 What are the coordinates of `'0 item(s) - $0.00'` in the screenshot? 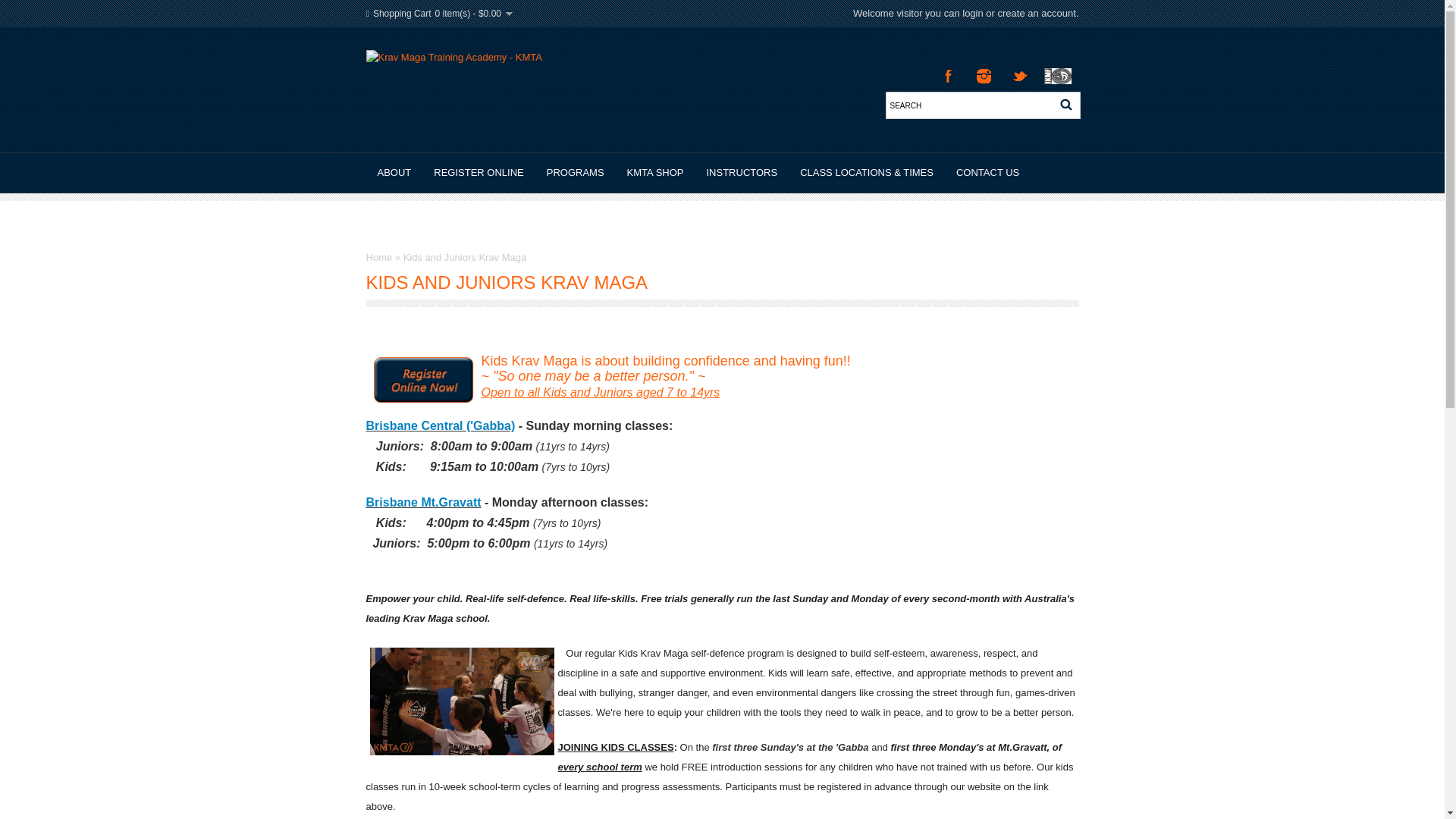 It's located at (472, 14).